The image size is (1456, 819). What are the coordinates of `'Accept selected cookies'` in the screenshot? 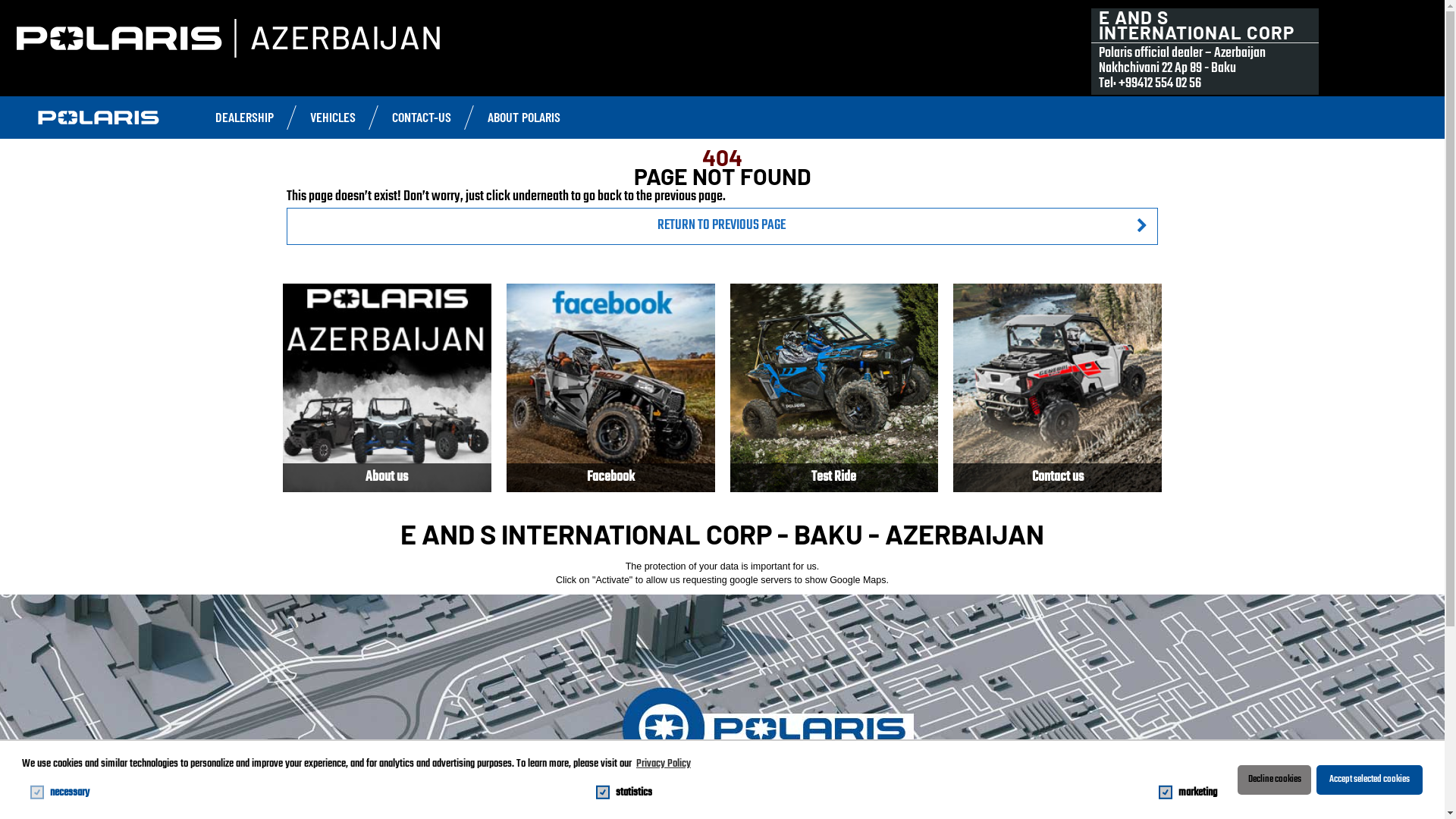 It's located at (1369, 780).